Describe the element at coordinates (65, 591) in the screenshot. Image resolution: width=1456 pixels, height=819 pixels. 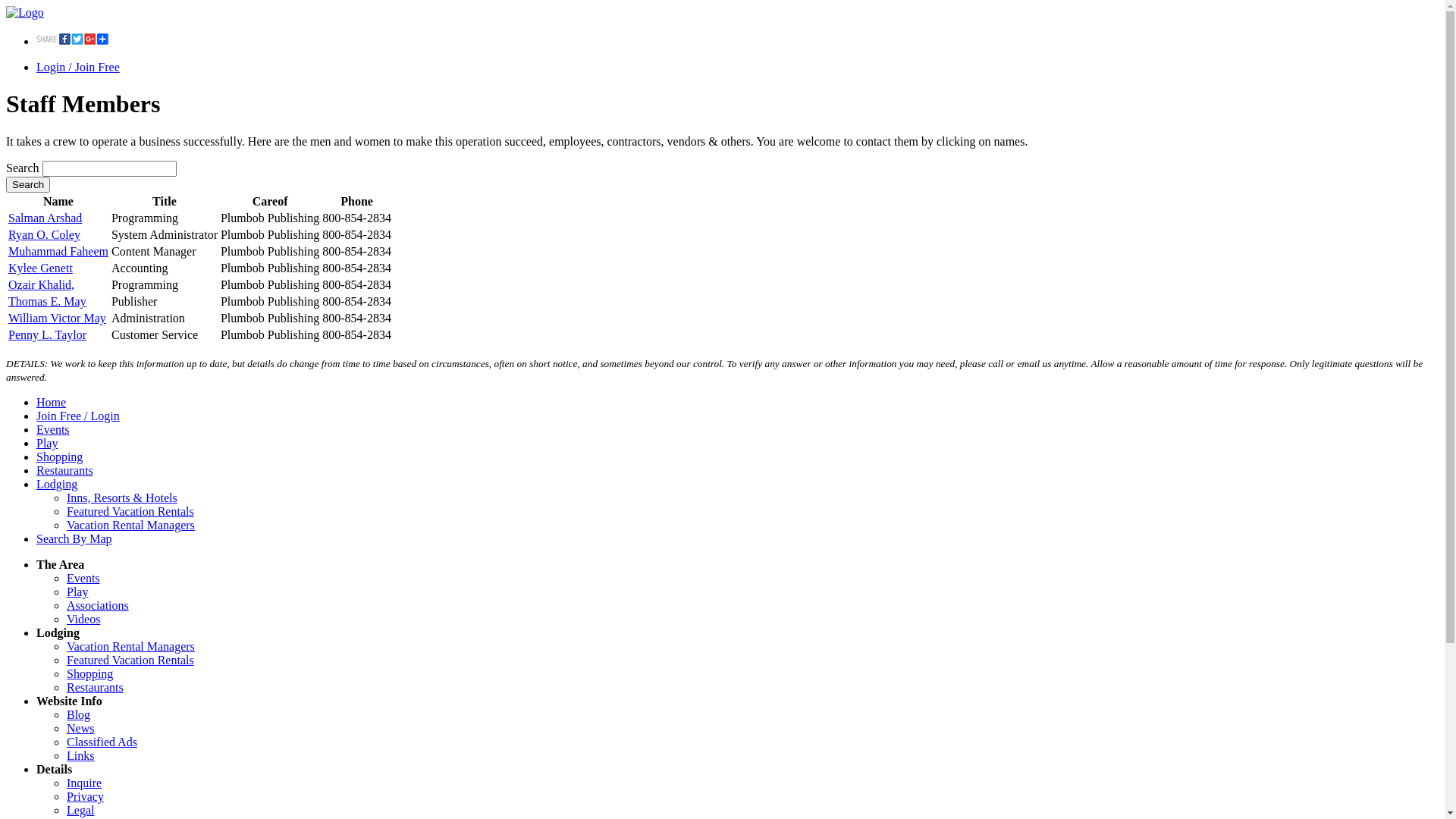
I see `'Play'` at that location.